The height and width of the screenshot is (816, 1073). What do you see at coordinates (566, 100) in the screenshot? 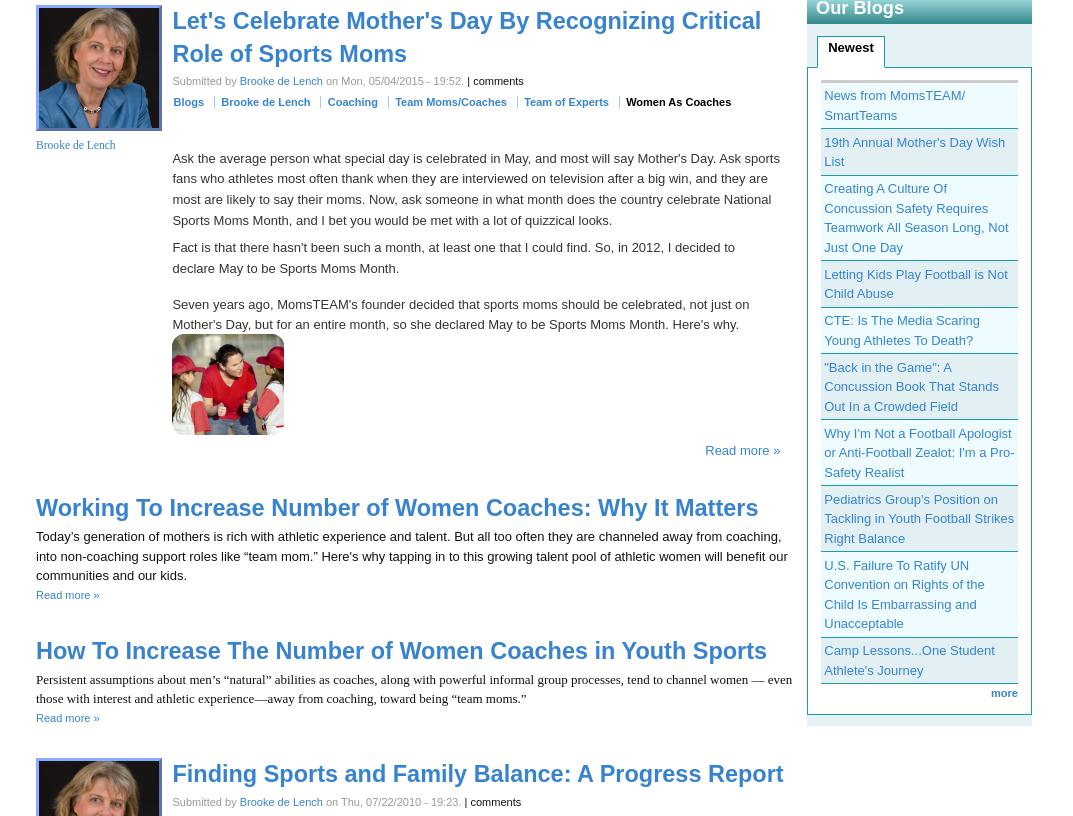
I see `'Team of Experts'` at bounding box center [566, 100].